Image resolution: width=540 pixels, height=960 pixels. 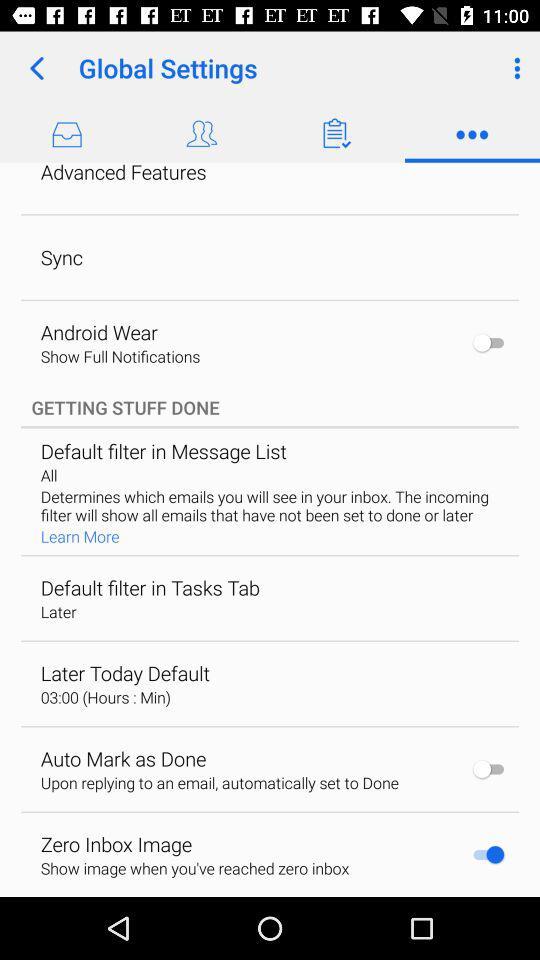 What do you see at coordinates (36, 68) in the screenshot?
I see `the item next to the global settings icon` at bounding box center [36, 68].